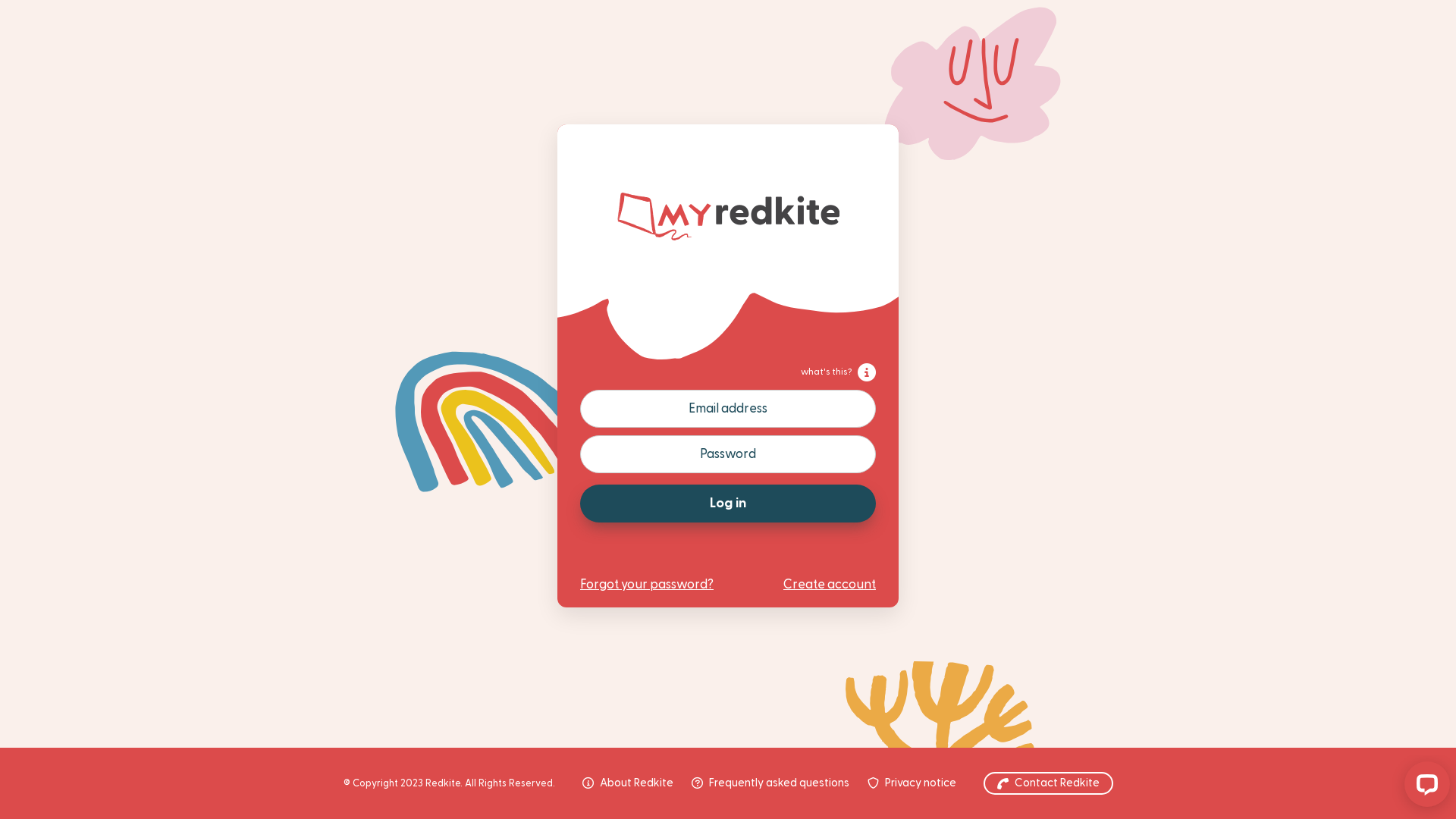 The width and height of the screenshot is (1456, 819). Describe the element at coordinates (911, 783) in the screenshot. I see `'Privacy notice'` at that location.